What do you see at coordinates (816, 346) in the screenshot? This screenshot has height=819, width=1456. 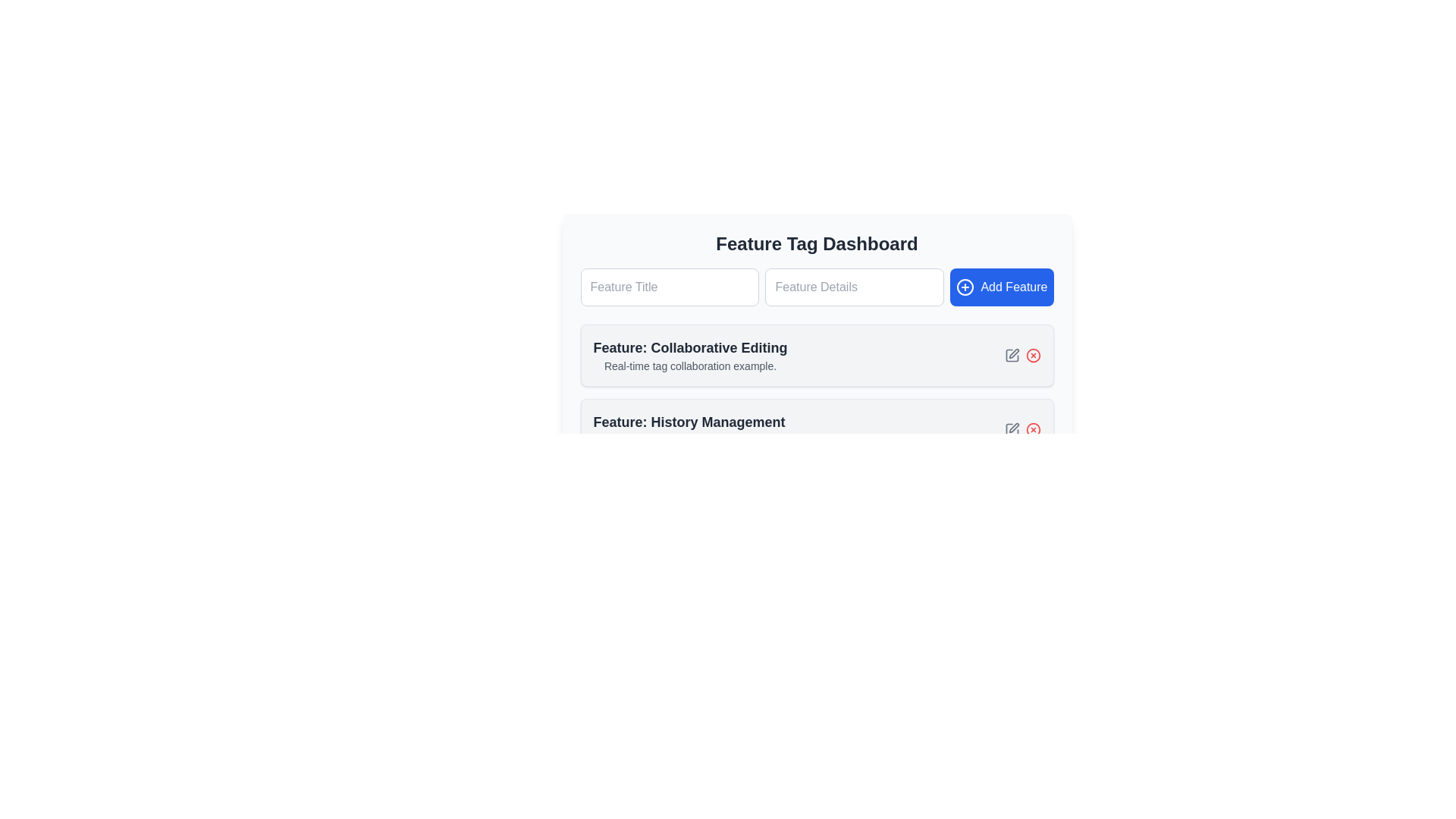 I see `the 'Feature: Collaborative Editing' card in the 'Feature Tag Dashboard'` at bounding box center [816, 346].